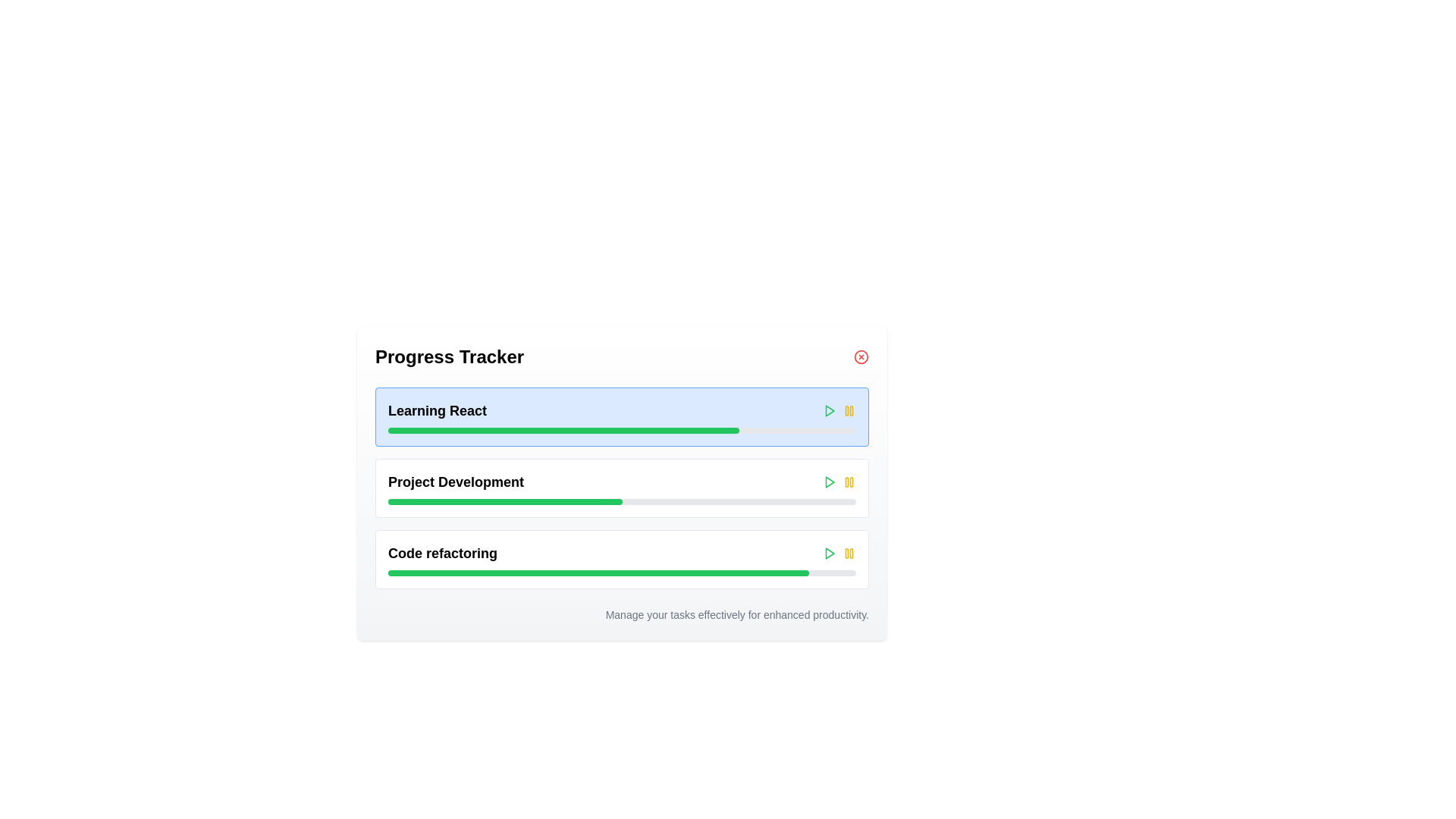  I want to click on the visual progress represented by the green progress bar segment within the 'Project Development' progress tracker UI, so click(598, 573).